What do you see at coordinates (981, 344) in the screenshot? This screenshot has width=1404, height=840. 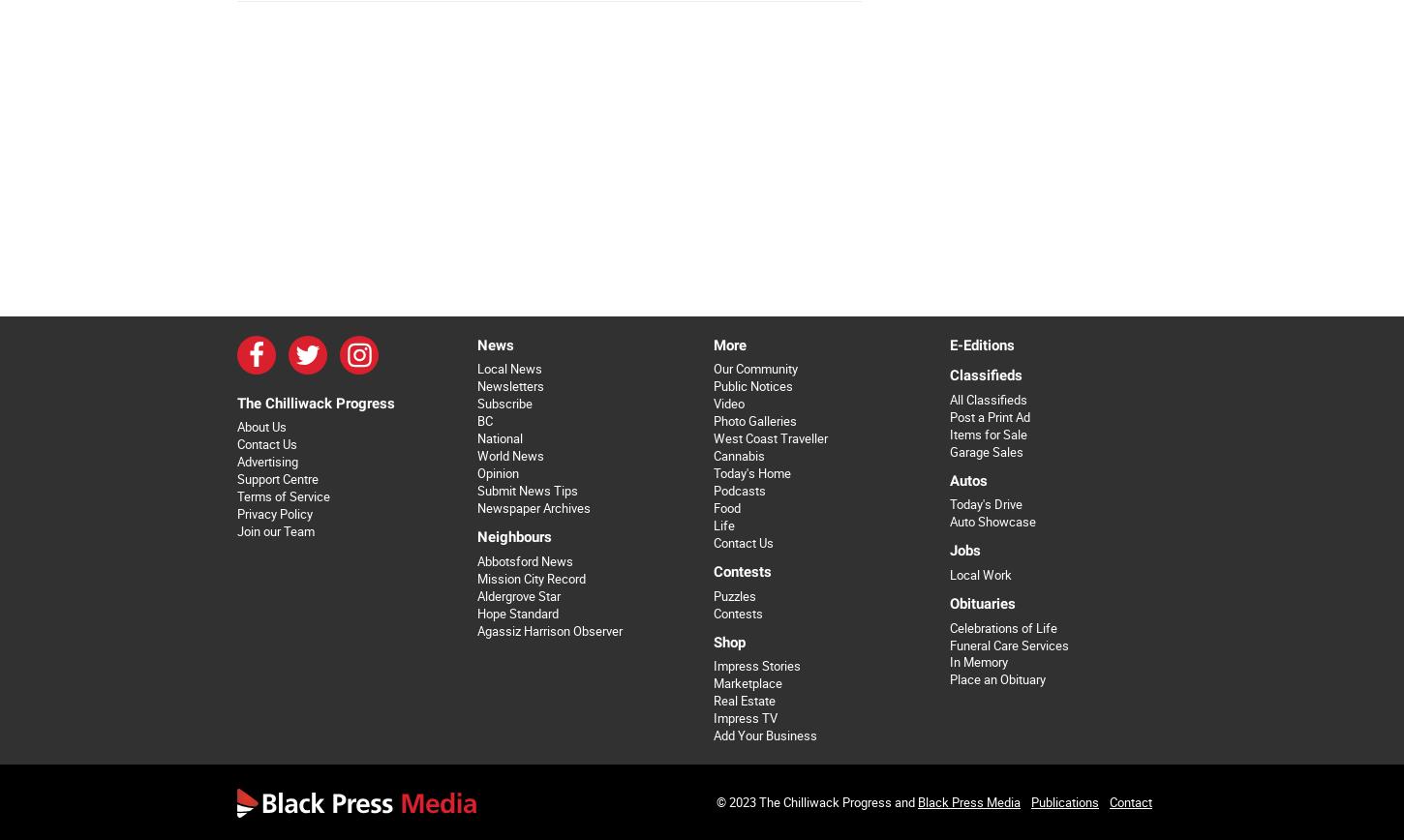 I see `'E-Editions'` at bounding box center [981, 344].